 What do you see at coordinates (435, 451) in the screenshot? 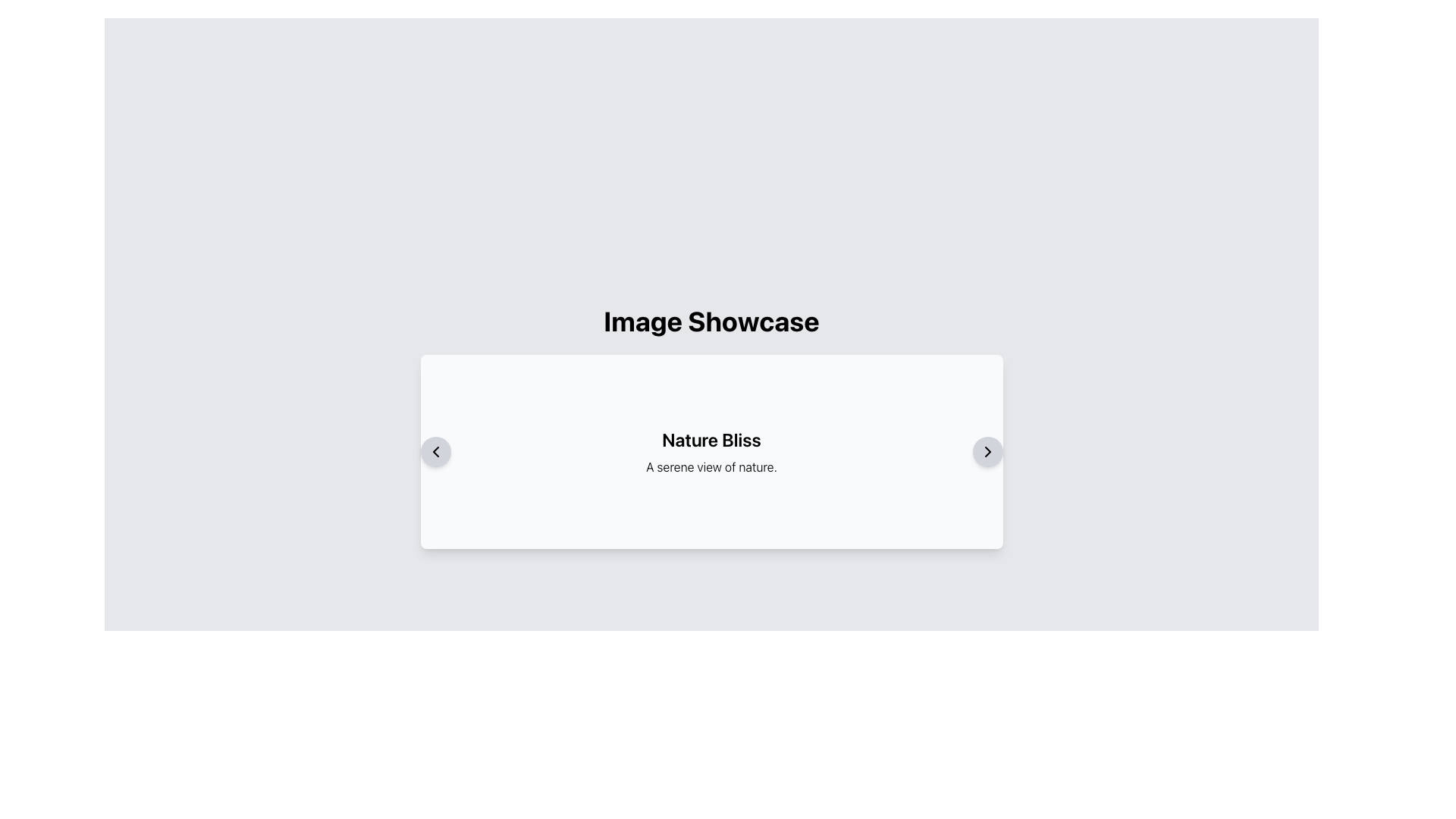
I see `the left-facing chevron icon within the circular button on the left side of the 'Nature Bliss' card` at bounding box center [435, 451].